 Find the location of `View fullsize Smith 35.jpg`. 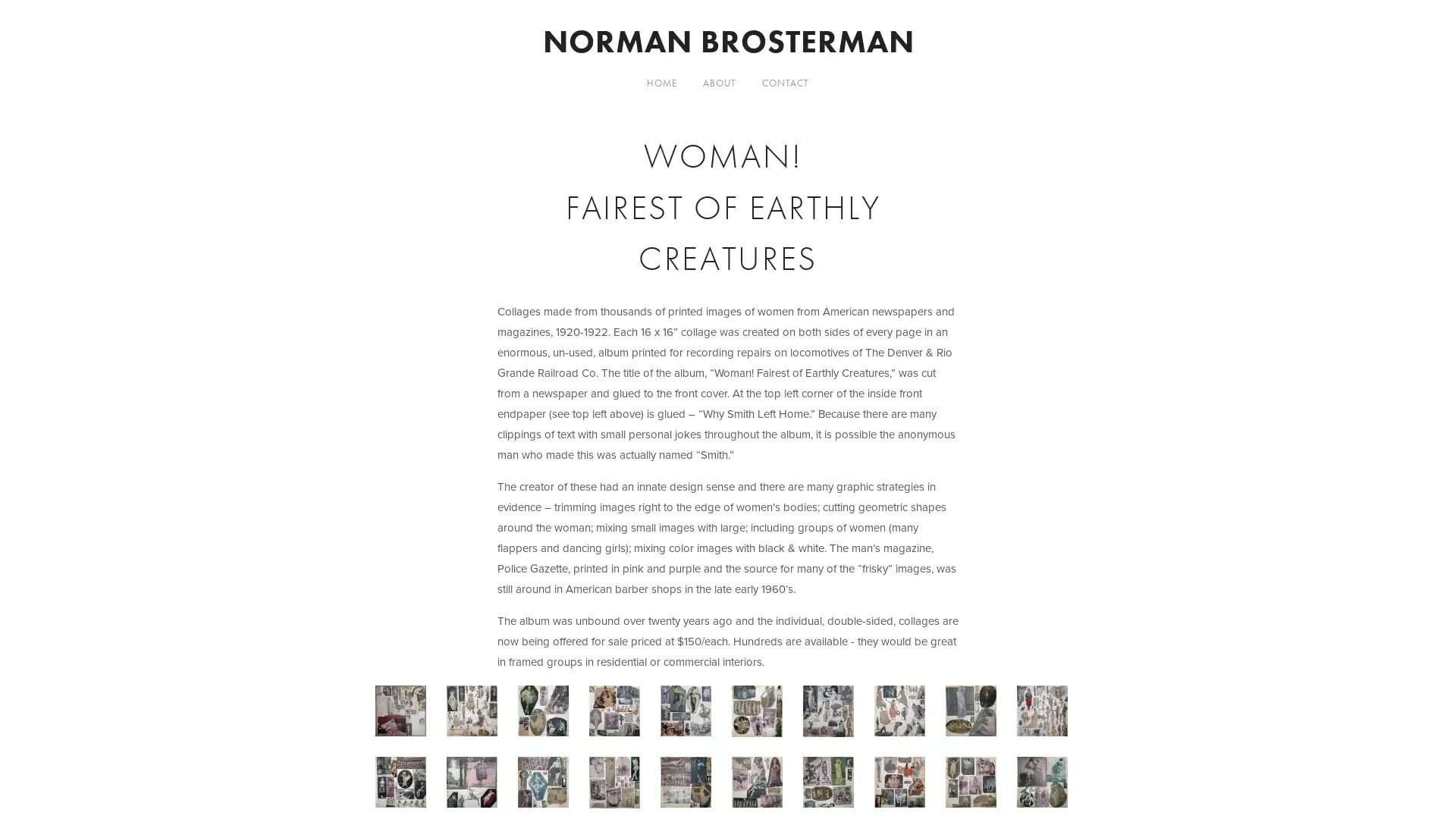

View fullsize Smith 35.jpg is located at coordinates (1047, 717).